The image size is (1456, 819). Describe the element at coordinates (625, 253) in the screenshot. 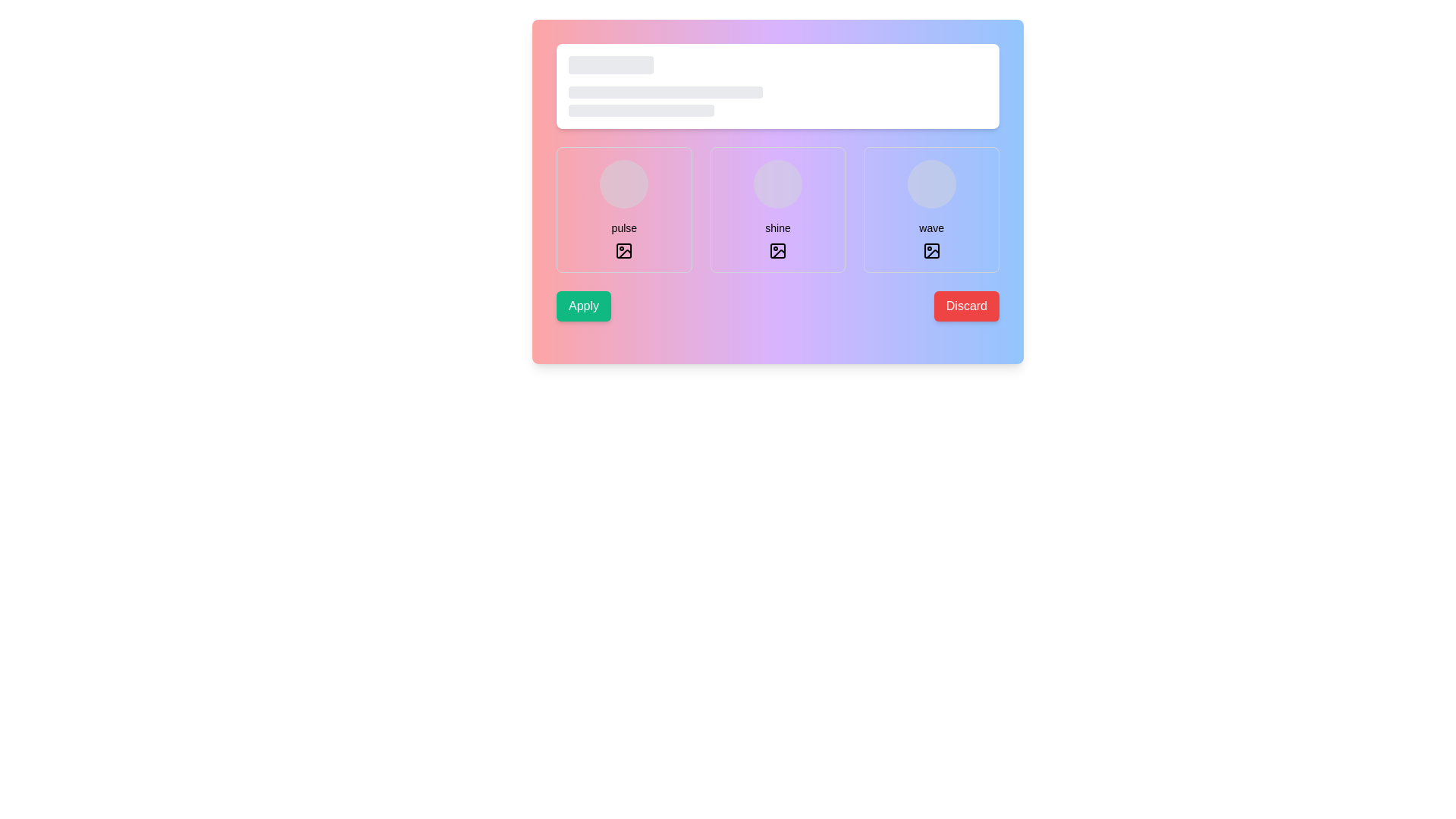

I see `the 'image not available' icon located in the first card of a three-card layout, situated below the circular placeholder and above the 'pulse' label` at that location.